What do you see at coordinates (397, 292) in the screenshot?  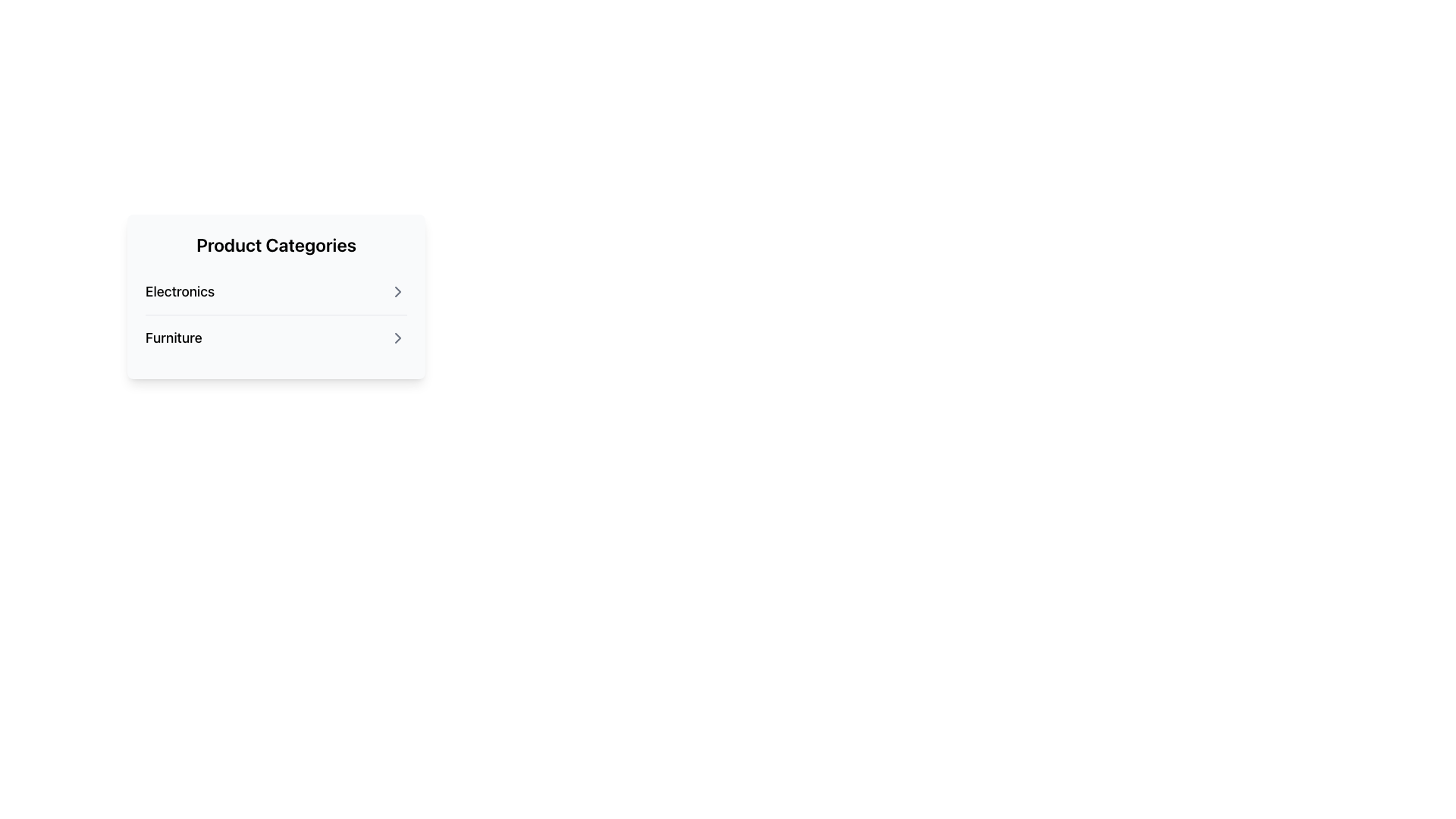 I see `the chevron arrow button located immediately to the right of the 'Electronics' label in the 'Product Categories' section` at bounding box center [397, 292].